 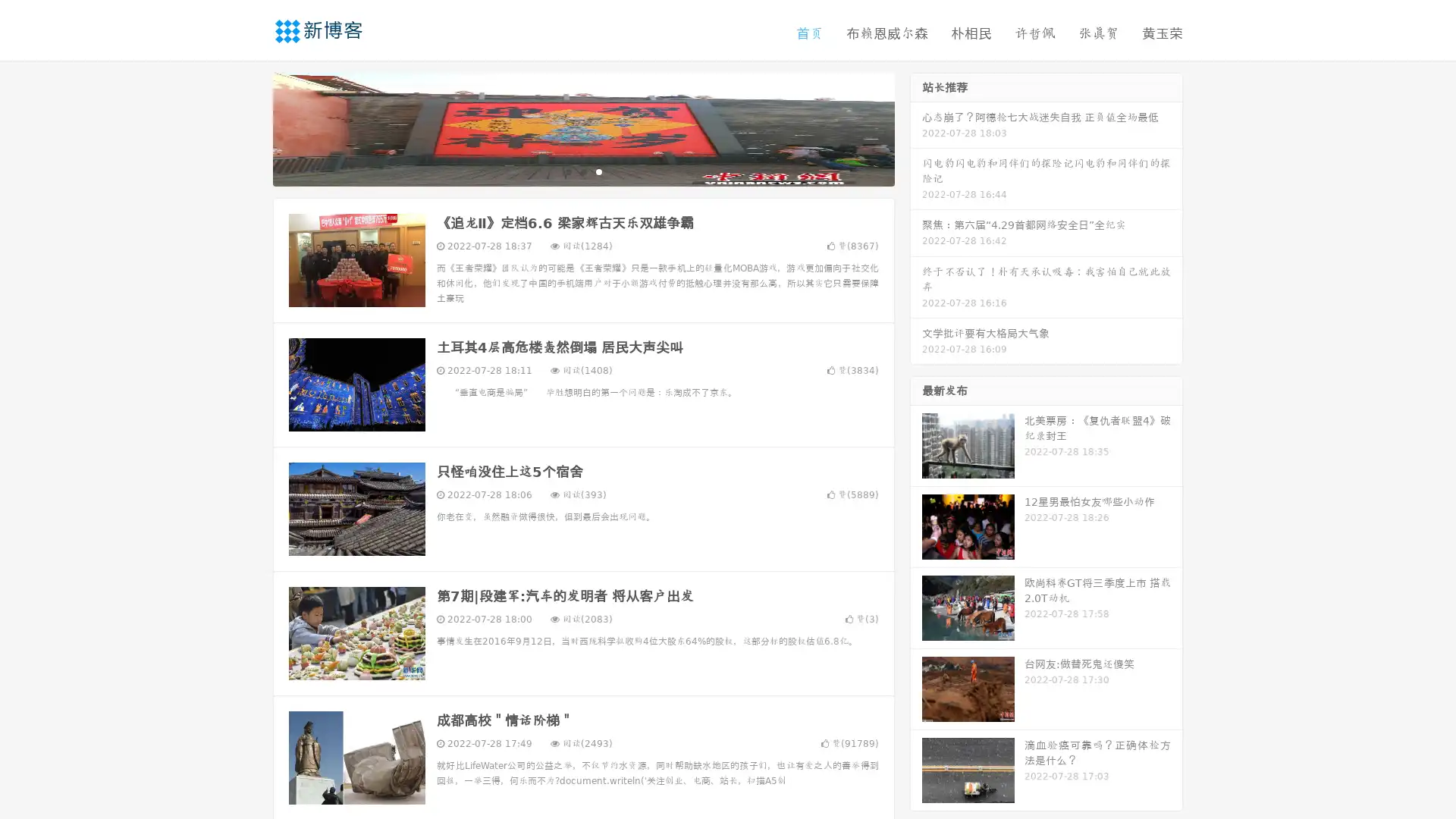 I want to click on Go to slide 3, so click(x=598, y=171).